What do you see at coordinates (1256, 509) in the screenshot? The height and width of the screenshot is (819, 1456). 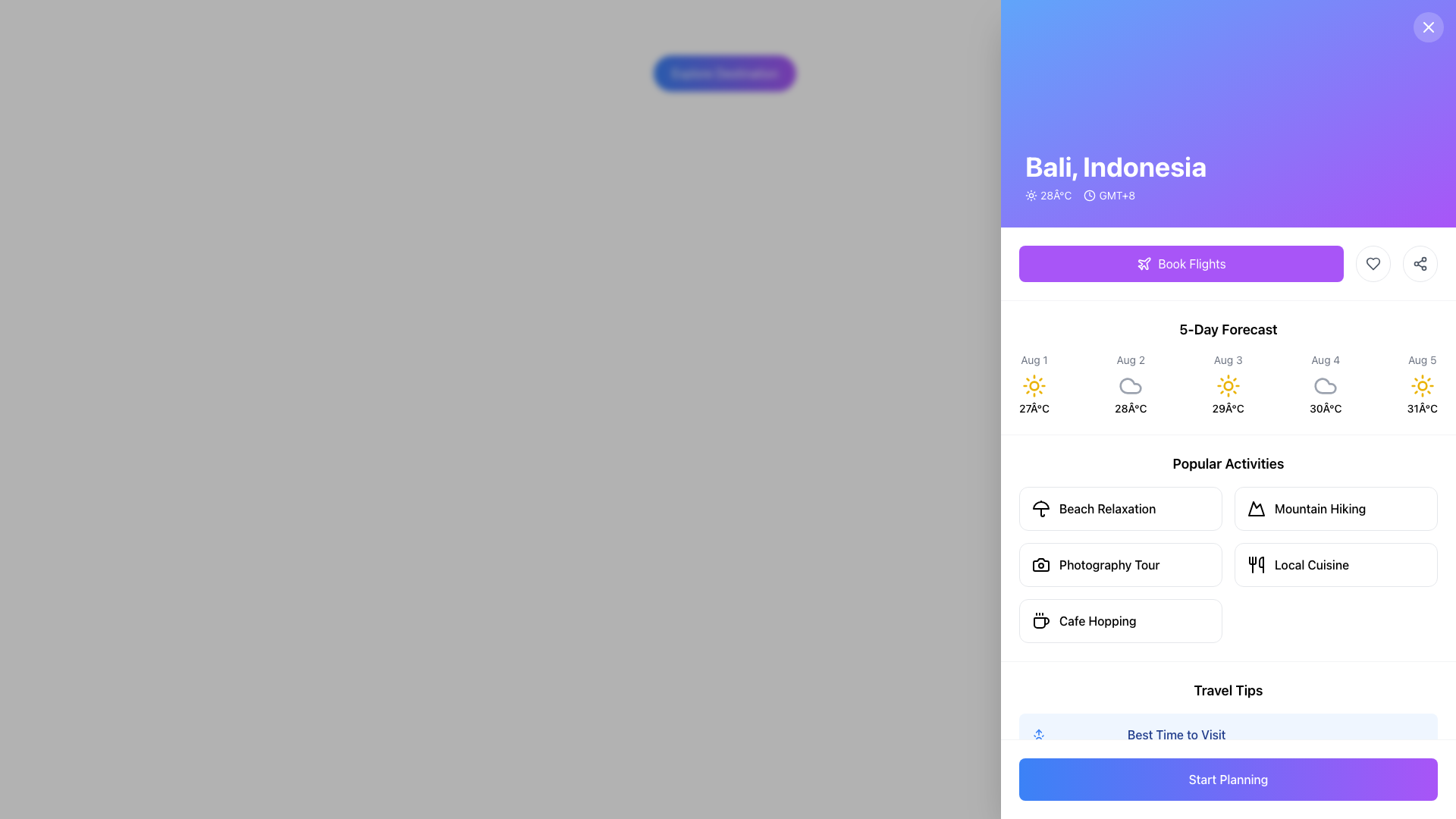 I see `the mountain-shaped icon located next to the text 'Mountain Hiking' within the card labeled 'Mountain Hiking' in the top-right area of the section` at bounding box center [1256, 509].